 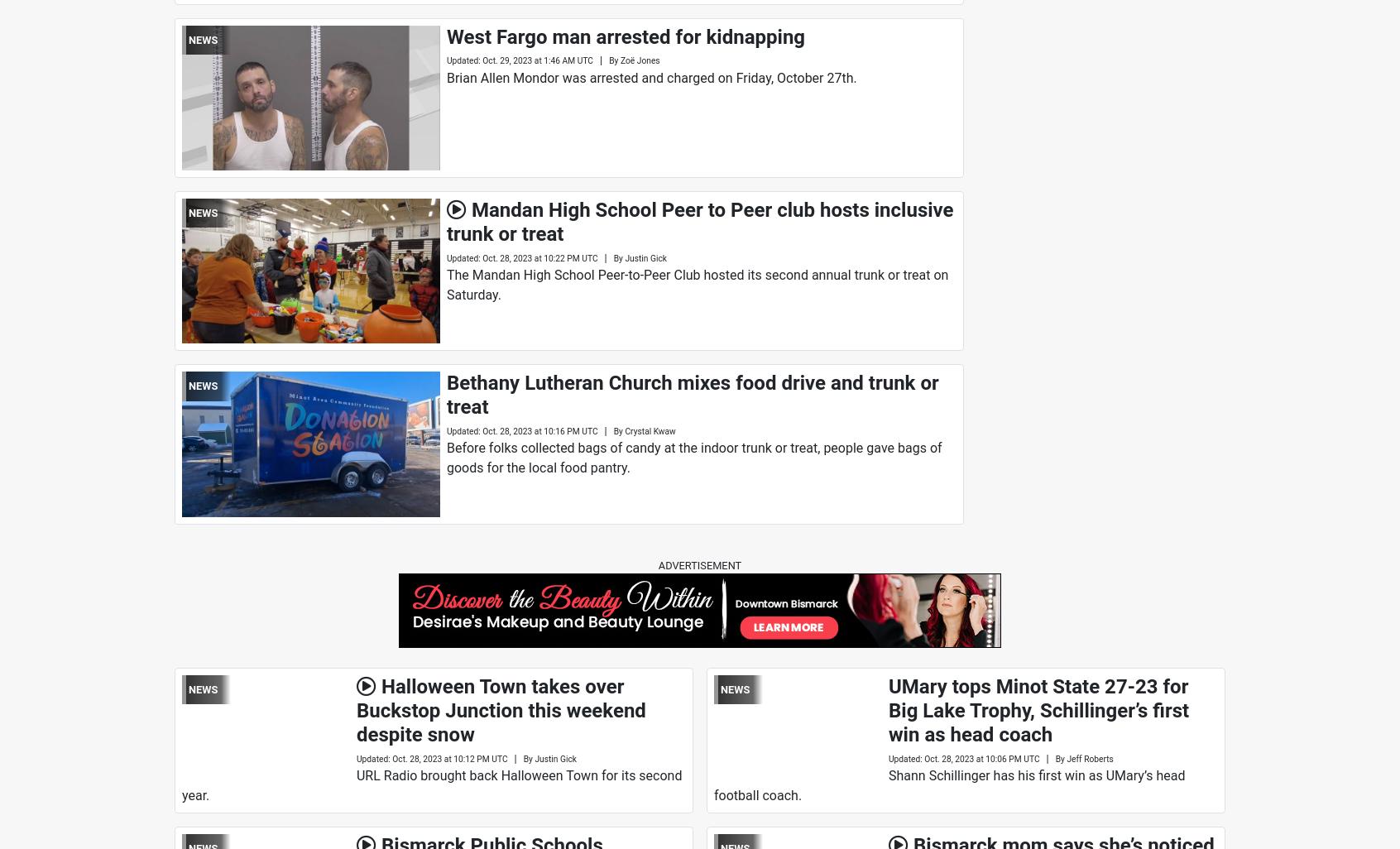 I want to click on 'URL Radio brought back Halloween Town for its second year.', so click(x=431, y=784).